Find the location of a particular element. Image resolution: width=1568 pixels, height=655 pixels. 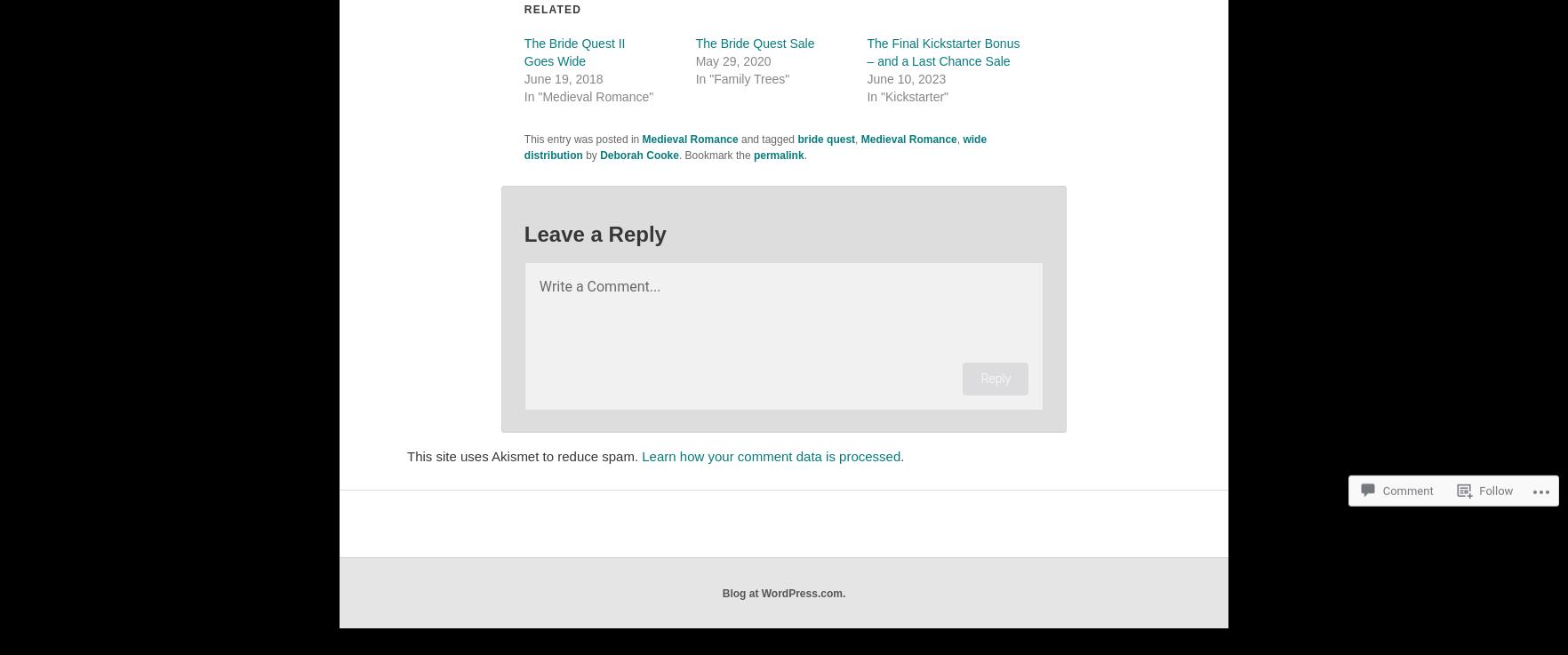

'Deborah Cooke' is located at coordinates (639, 154).